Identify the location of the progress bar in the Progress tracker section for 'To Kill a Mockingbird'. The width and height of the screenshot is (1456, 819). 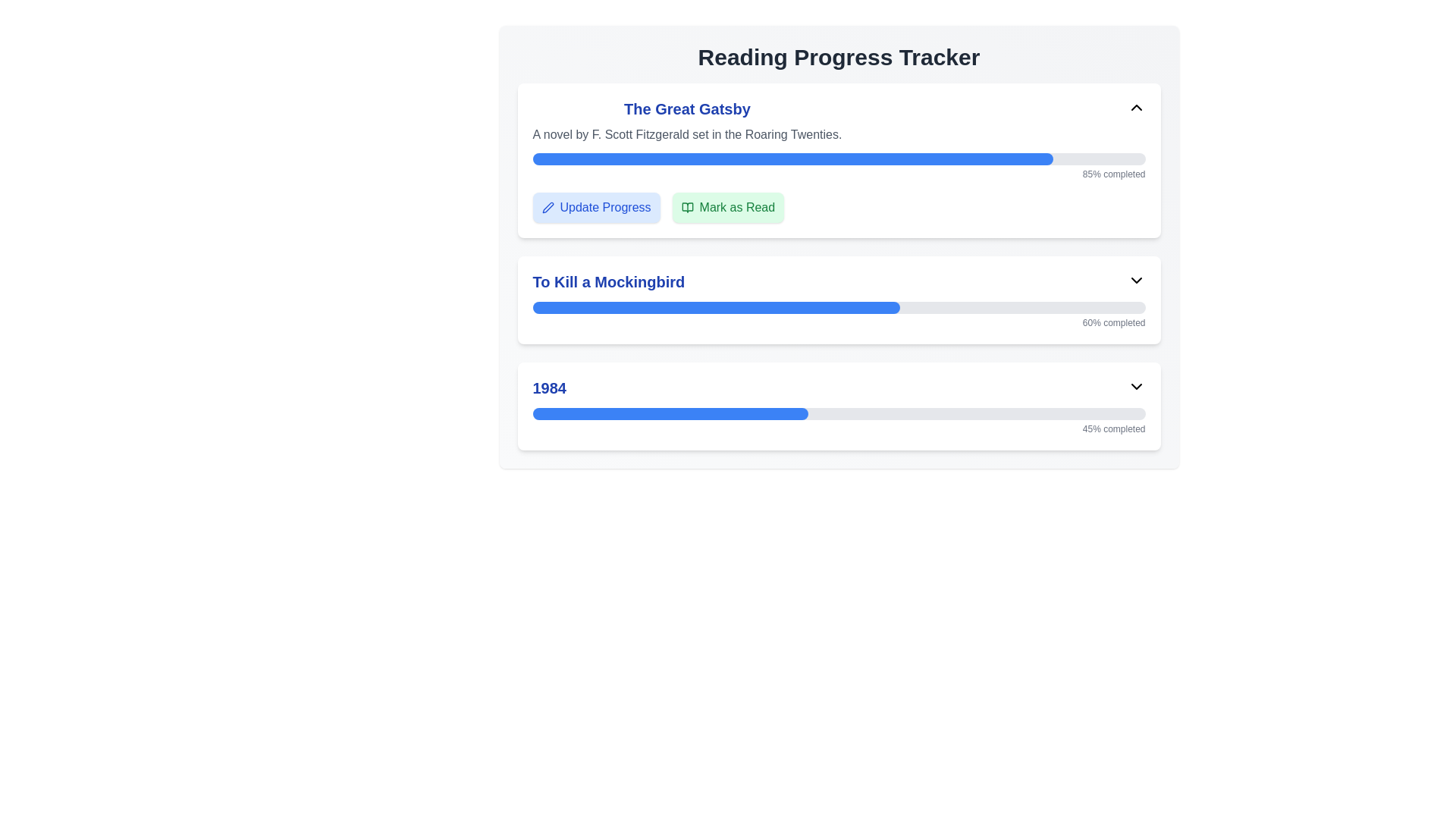
(838, 265).